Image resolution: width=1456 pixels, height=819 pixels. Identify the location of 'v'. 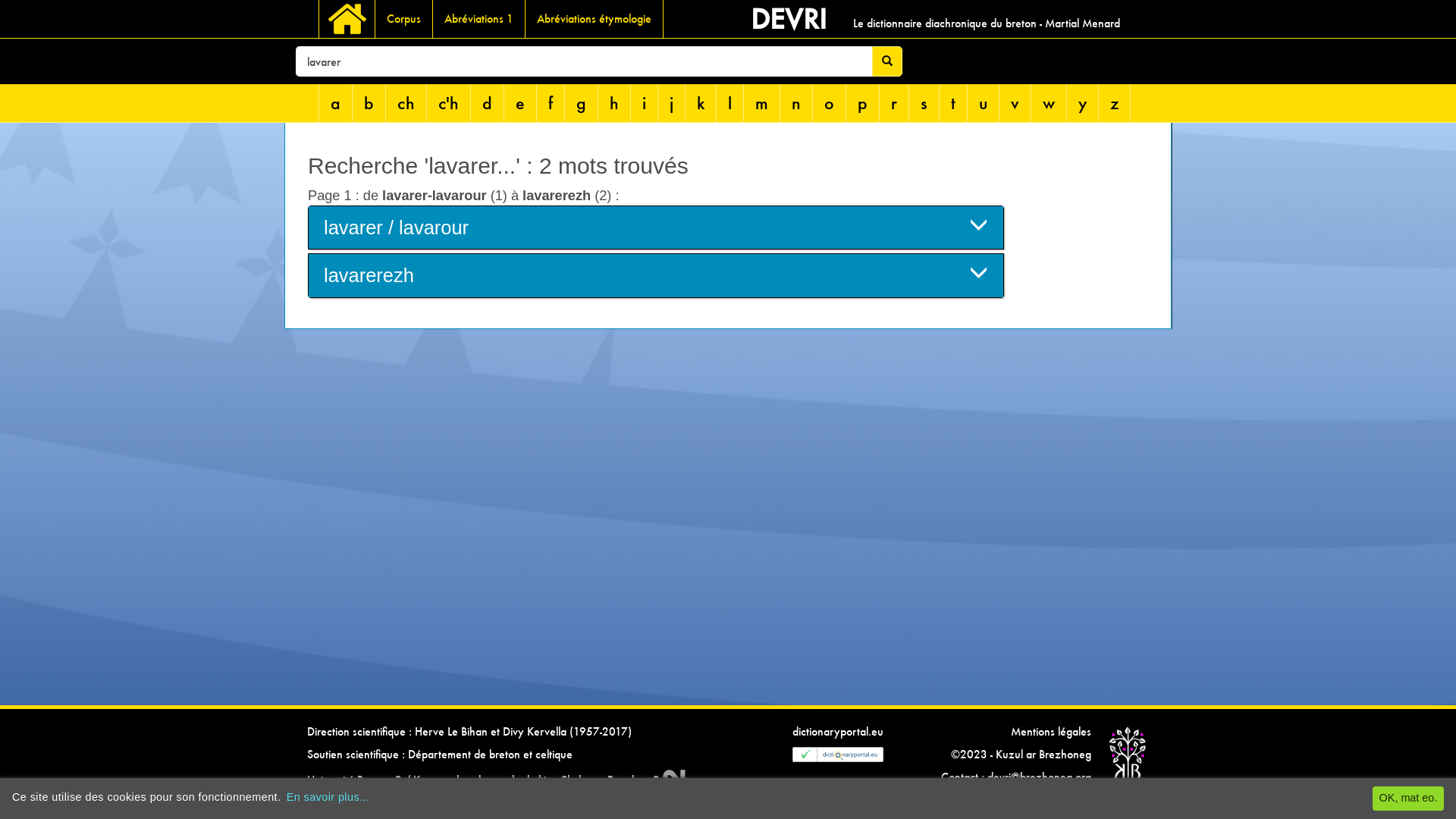
(1015, 102).